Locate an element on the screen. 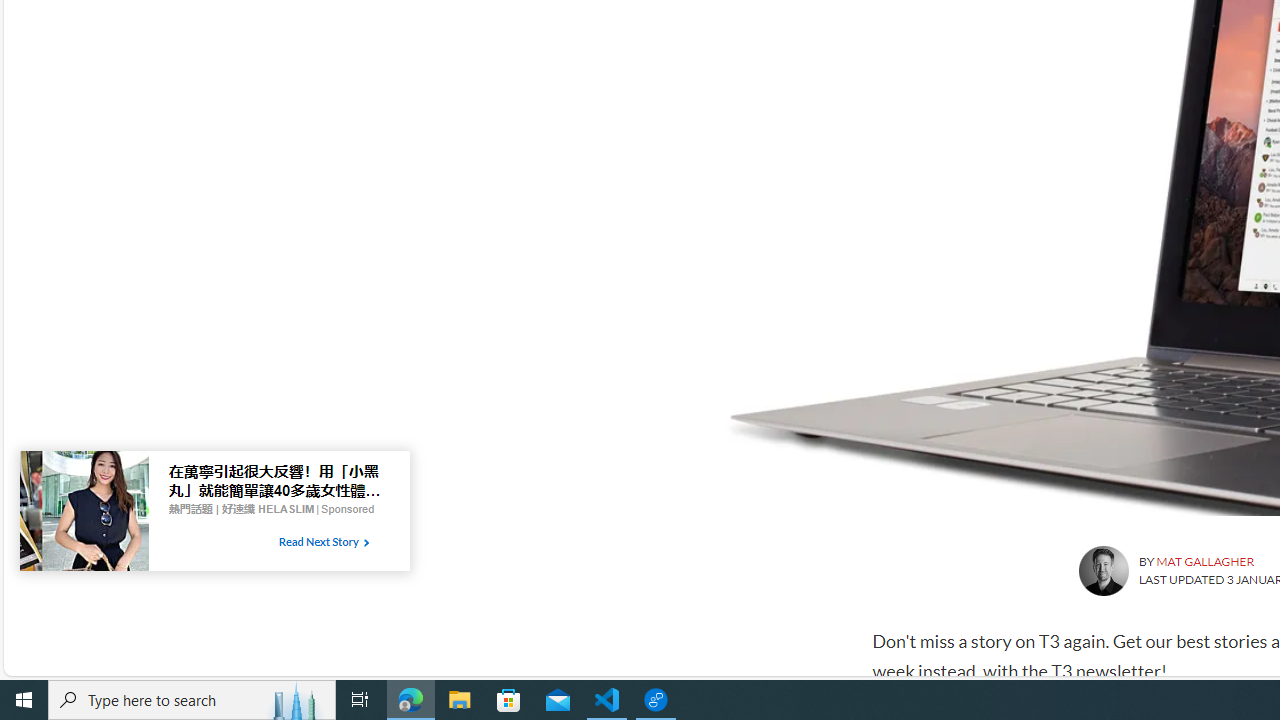 The height and width of the screenshot is (720, 1280). 'MAT GALLAGHER' is located at coordinates (1204, 561).